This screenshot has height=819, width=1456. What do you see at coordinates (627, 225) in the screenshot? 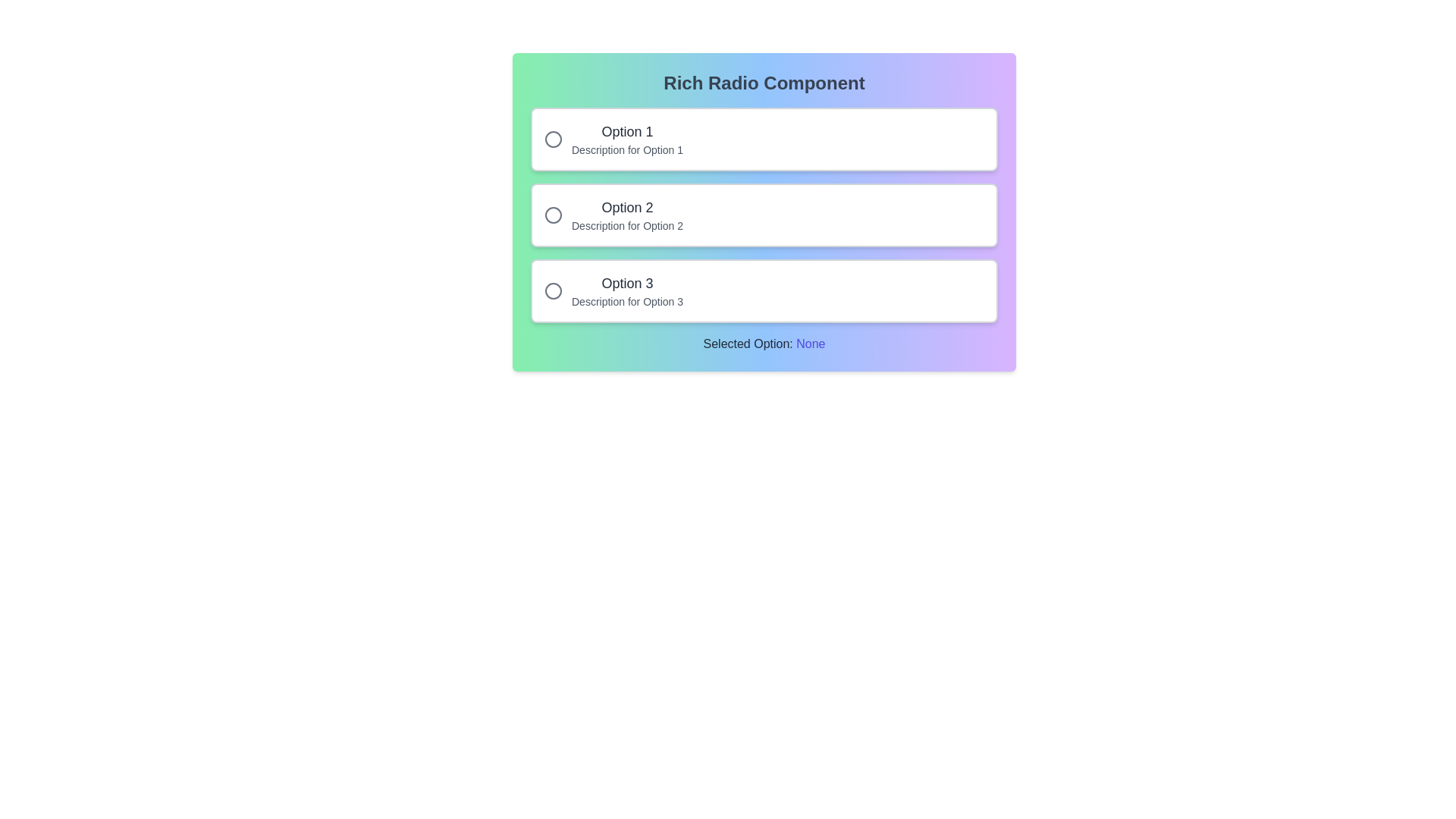
I see `the text label that provides additional context for the 'Option 2' radio button, located centrally below the 'Option 2' label` at bounding box center [627, 225].